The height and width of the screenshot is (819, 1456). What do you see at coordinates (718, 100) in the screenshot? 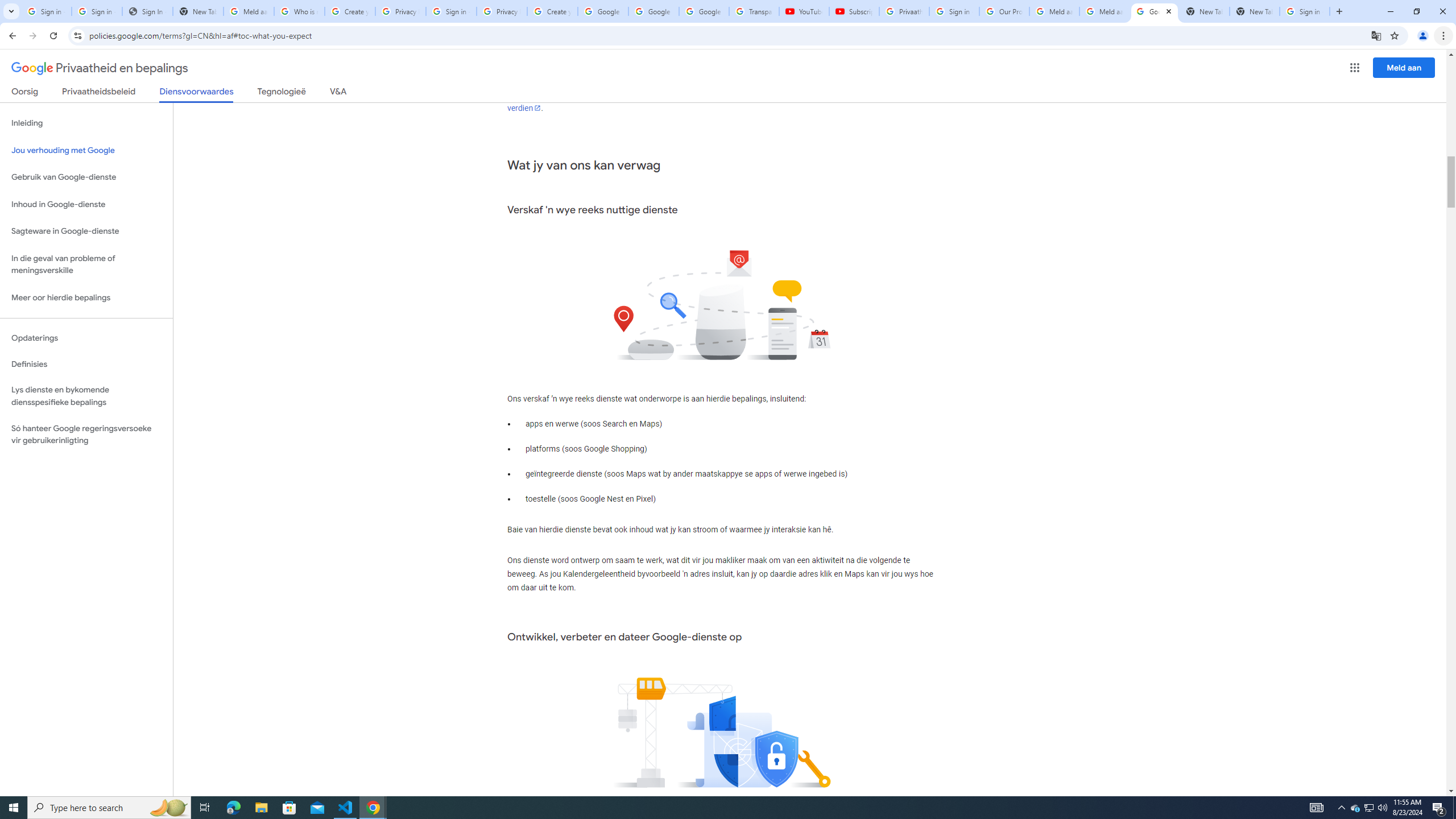
I see `'hoe Google se besigheid werk en hoe ons geld verdien'` at bounding box center [718, 100].